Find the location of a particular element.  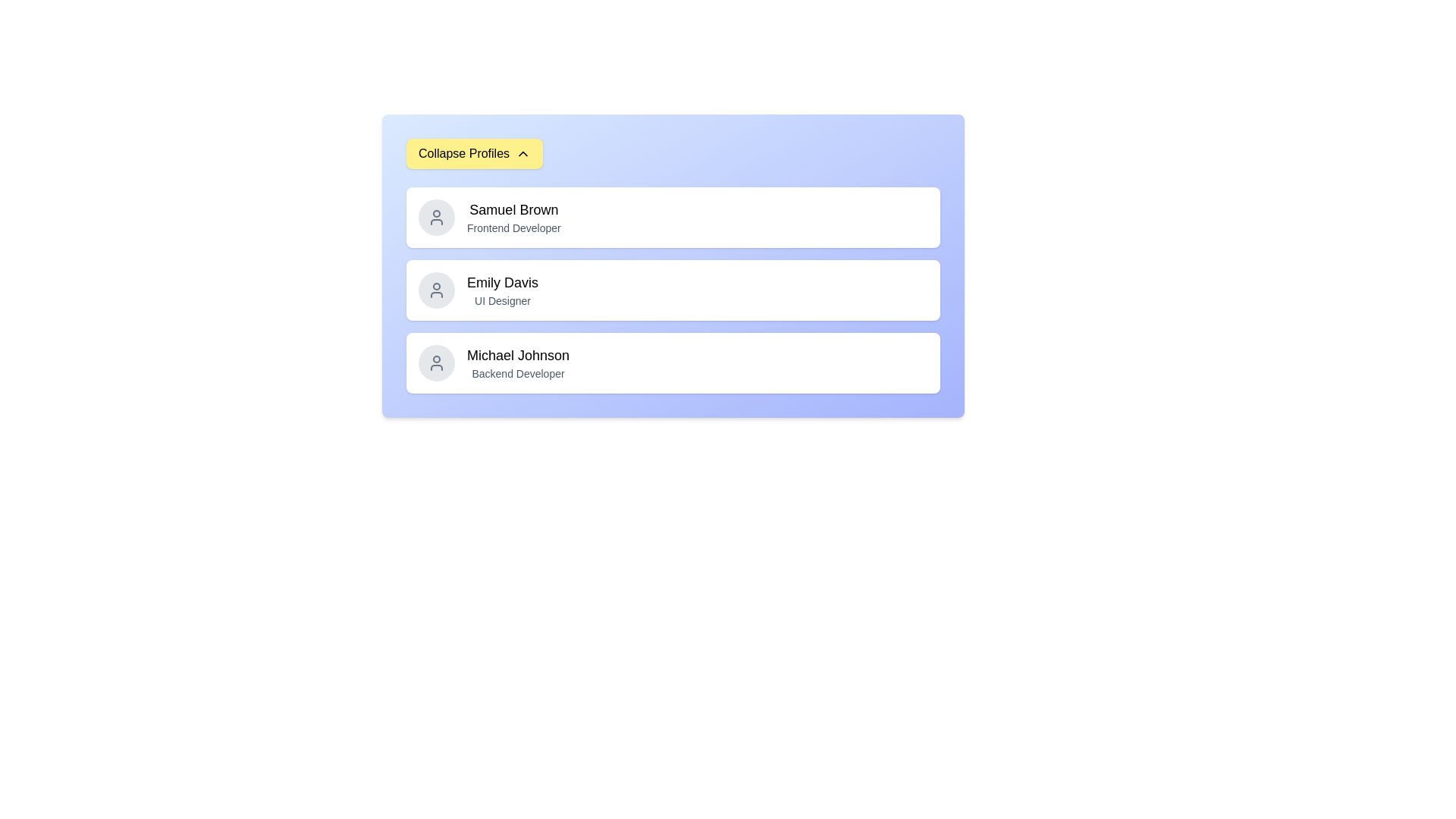

the Profile card for 'Emily Davis', which features centered text and is the second item in a vertically stacked list is located at coordinates (673, 290).